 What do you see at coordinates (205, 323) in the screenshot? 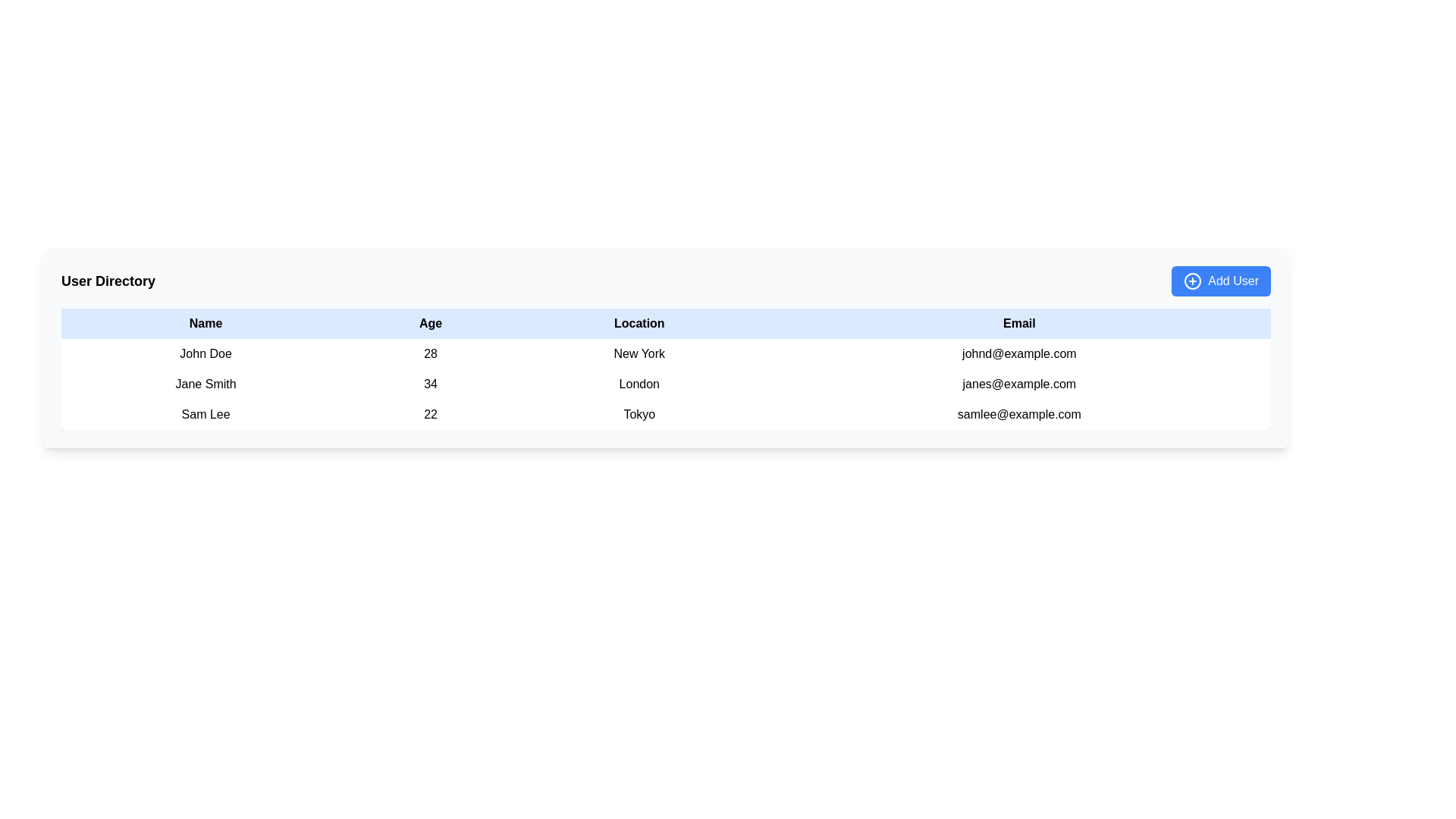
I see `the 'Name' column header in the table, which serves to label and organize data rows related to names` at bounding box center [205, 323].